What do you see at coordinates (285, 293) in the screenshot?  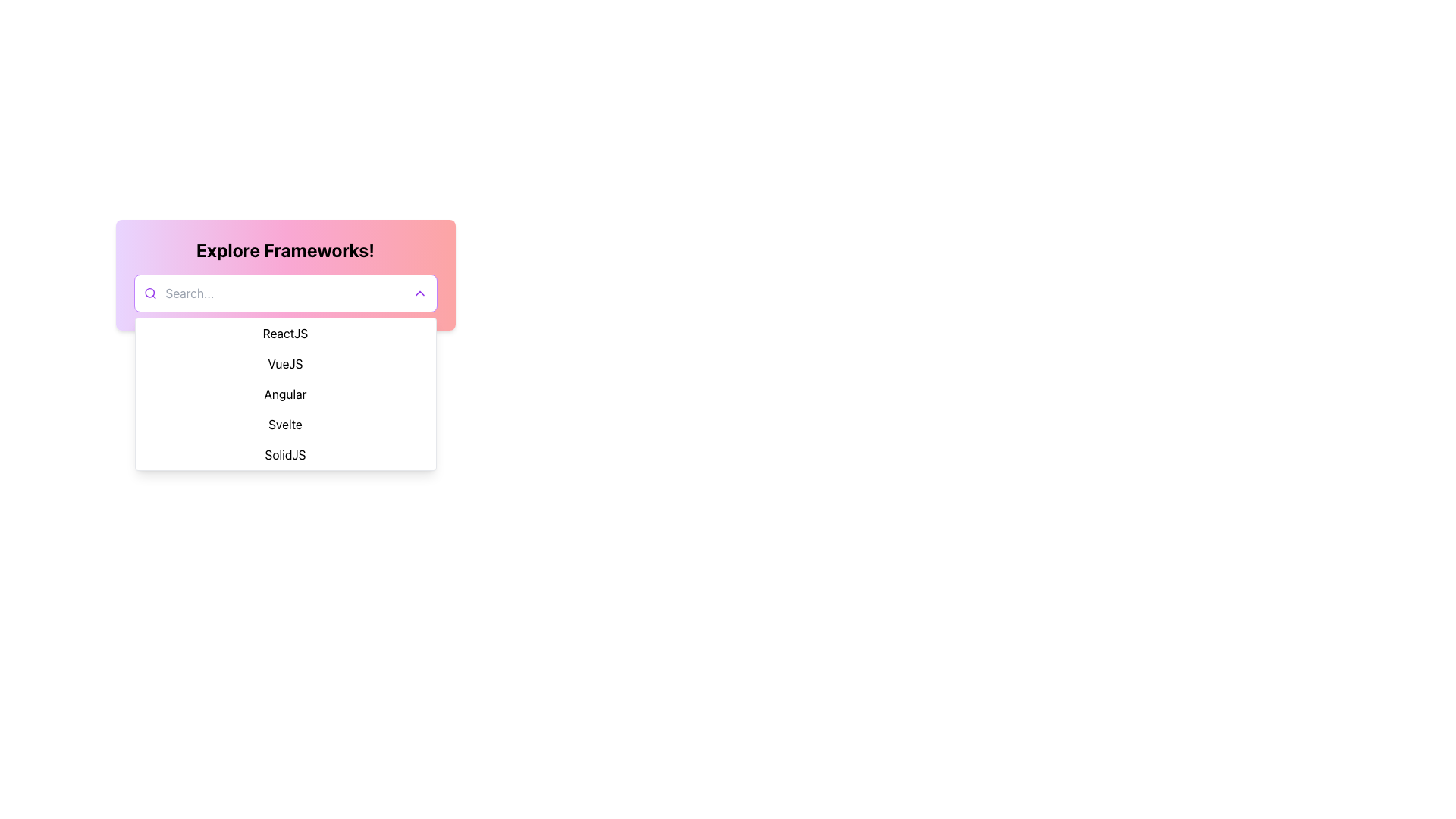 I see `the dropdown arrow of the Search bar located below the title 'Explore Frameworks!'` at bounding box center [285, 293].